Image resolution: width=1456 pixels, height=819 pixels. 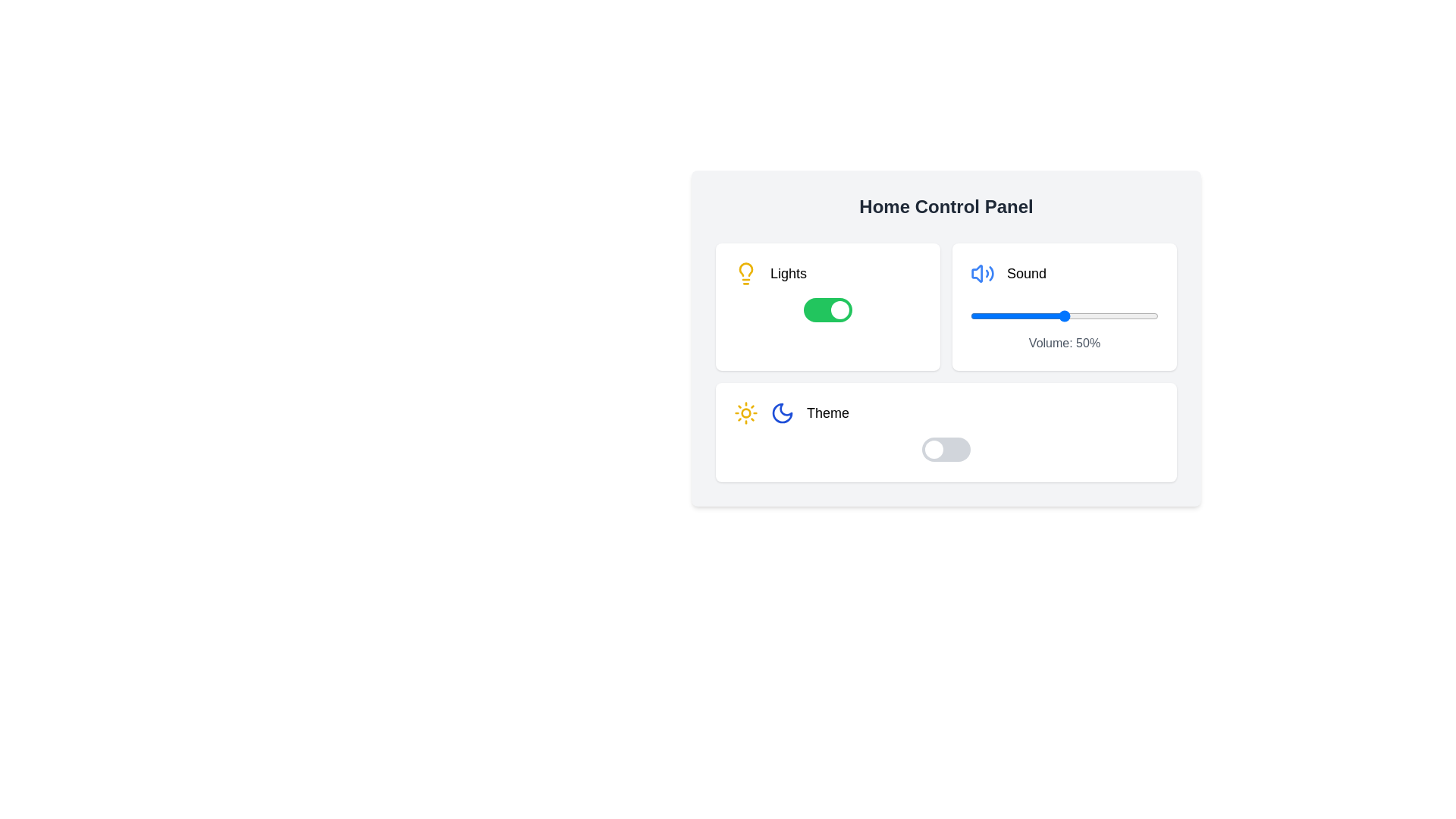 I want to click on the toggle switch knob located within the 'Theme' switch in the bottom-left quadrant of the 'Home Control Panel', so click(x=934, y=449).